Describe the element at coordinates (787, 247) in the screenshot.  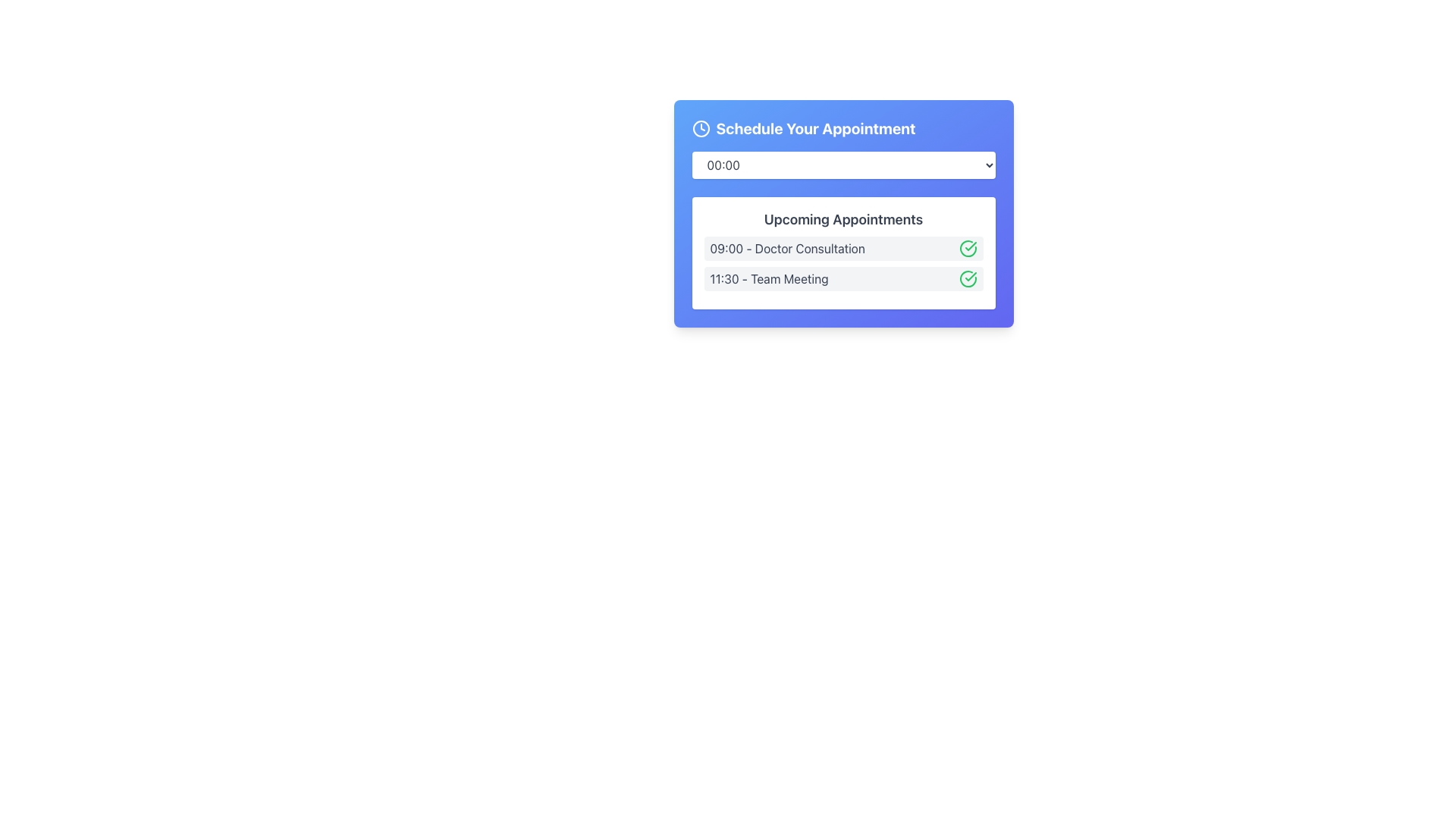
I see `the text label indicating the scheduled time and title of an appointment for a doctor consultation at 09:00, which is the first item in the 'Upcoming Appointments' list` at that location.